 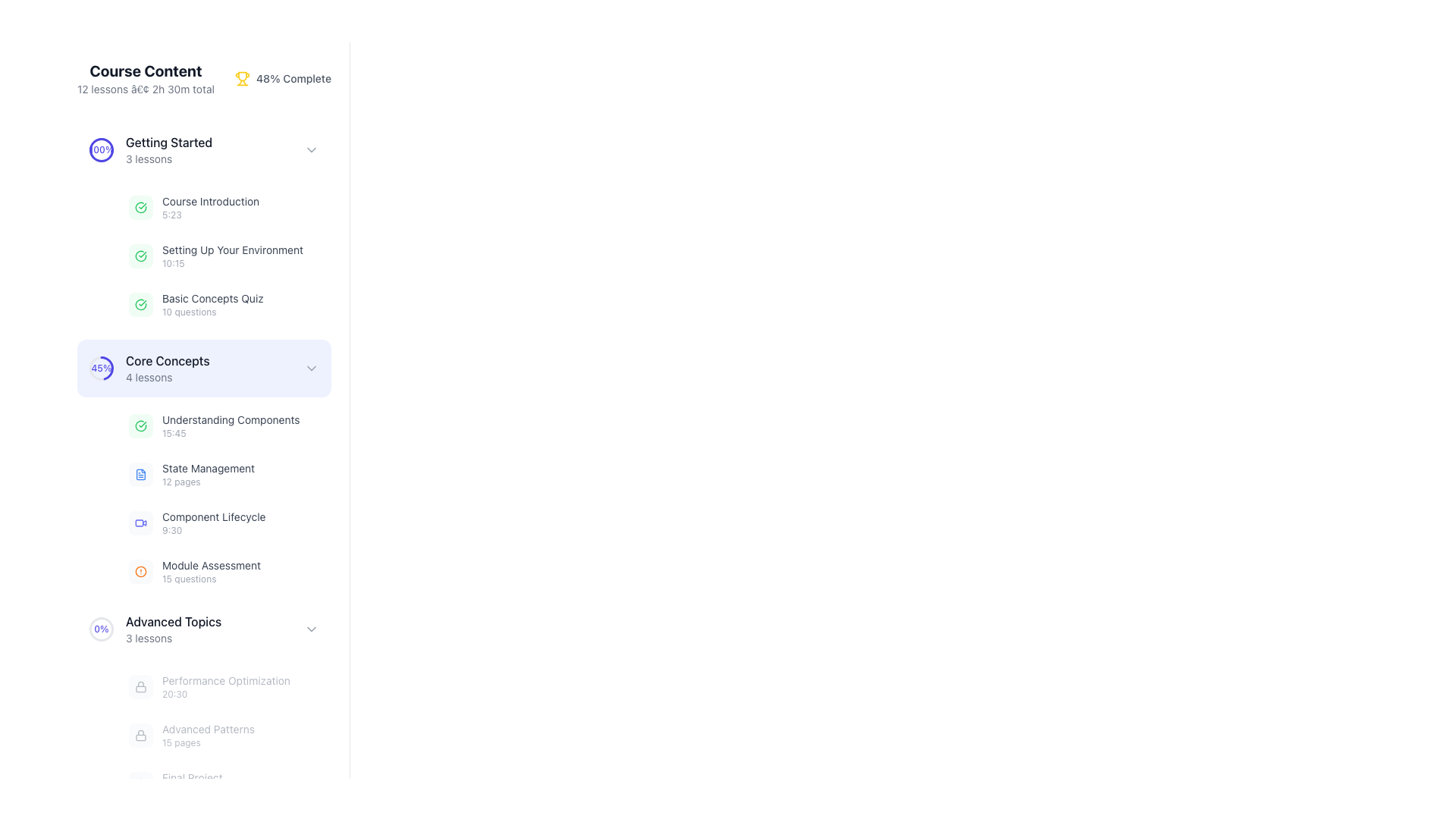 What do you see at coordinates (224, 571) in the screenshot?
I see `the 'Module Assessment' button, which is the fourth item under the 'Core Concepts' section, to change its background color` at bounding box center [224, 571].